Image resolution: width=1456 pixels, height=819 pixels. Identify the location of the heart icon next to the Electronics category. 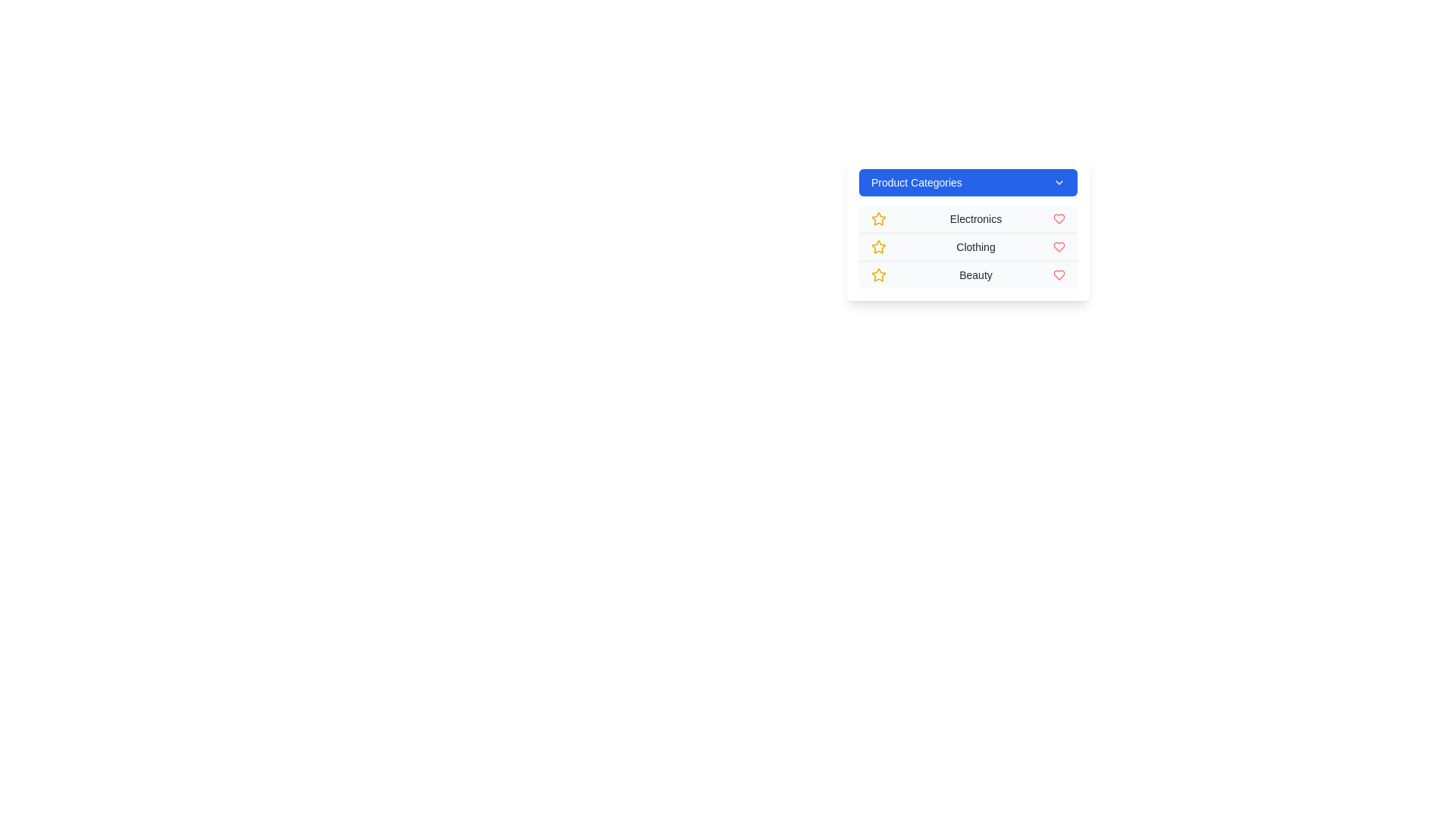
(1058, 219).